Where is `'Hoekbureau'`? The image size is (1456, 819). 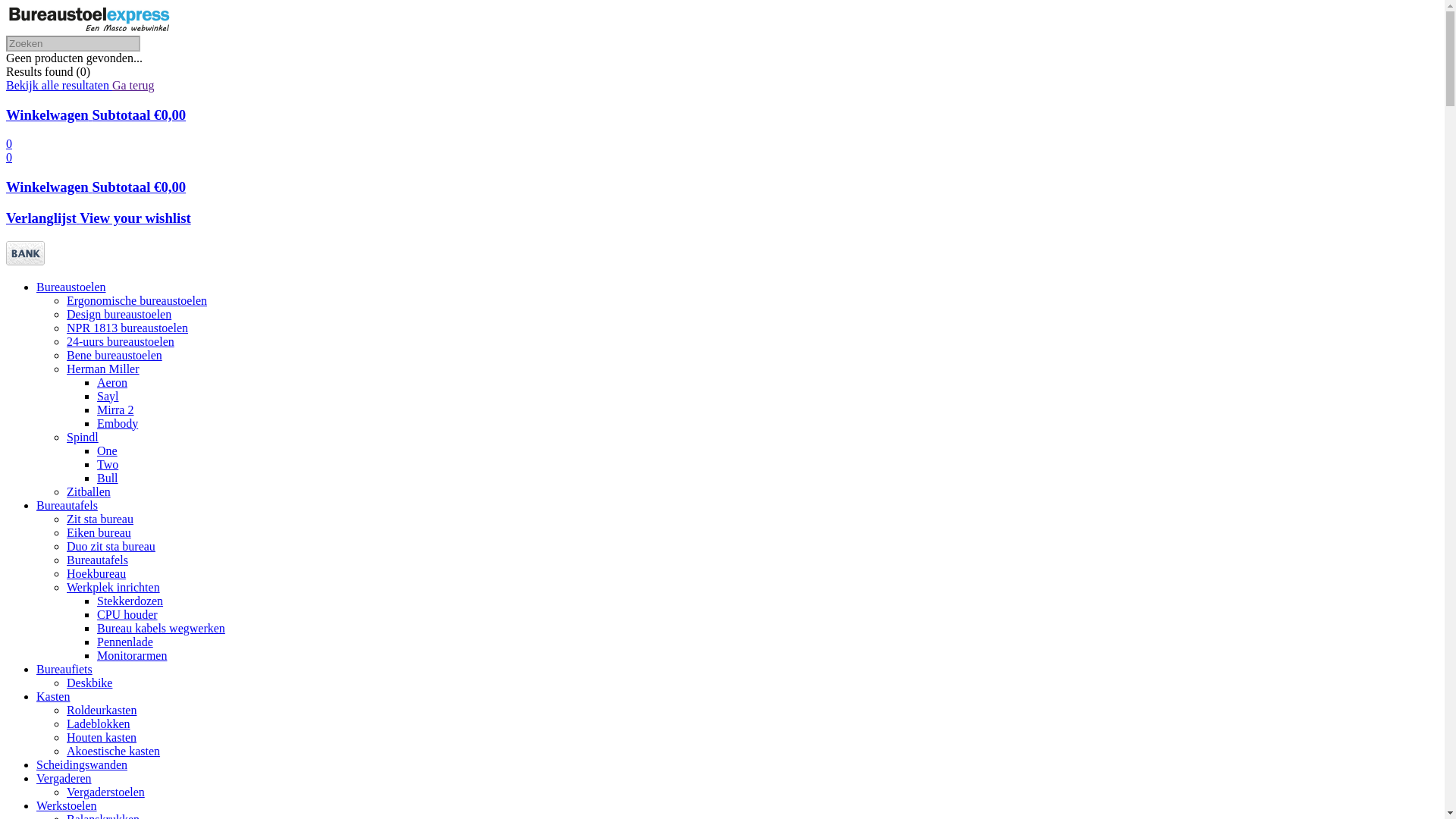
'Hoekbureau' is located at coordinates (95, 573).